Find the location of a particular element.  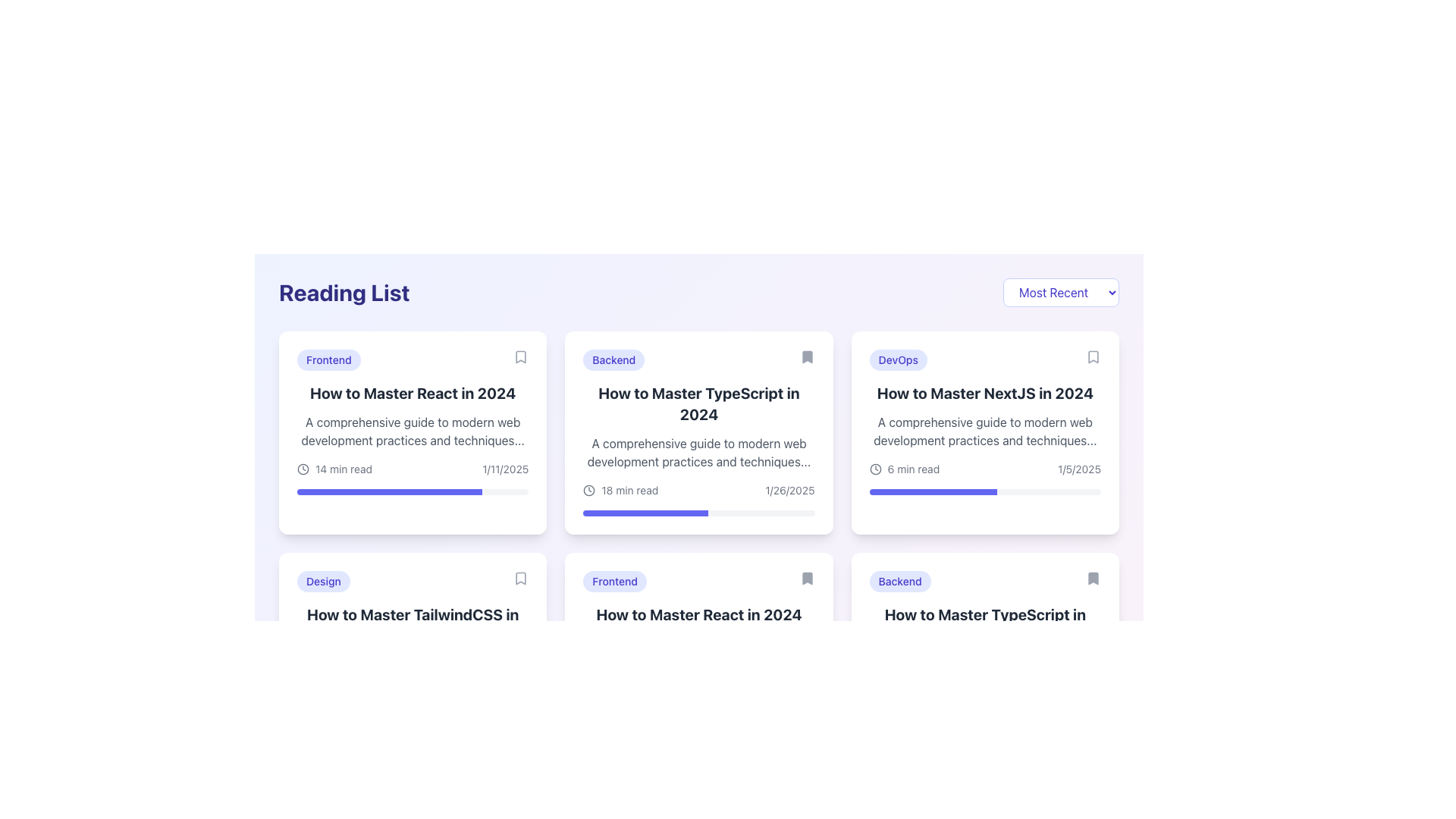

text element located below the card's title 'How to Master TypeScript in 2024', which provides insight into the card's content is located at coordinates (698, 452).